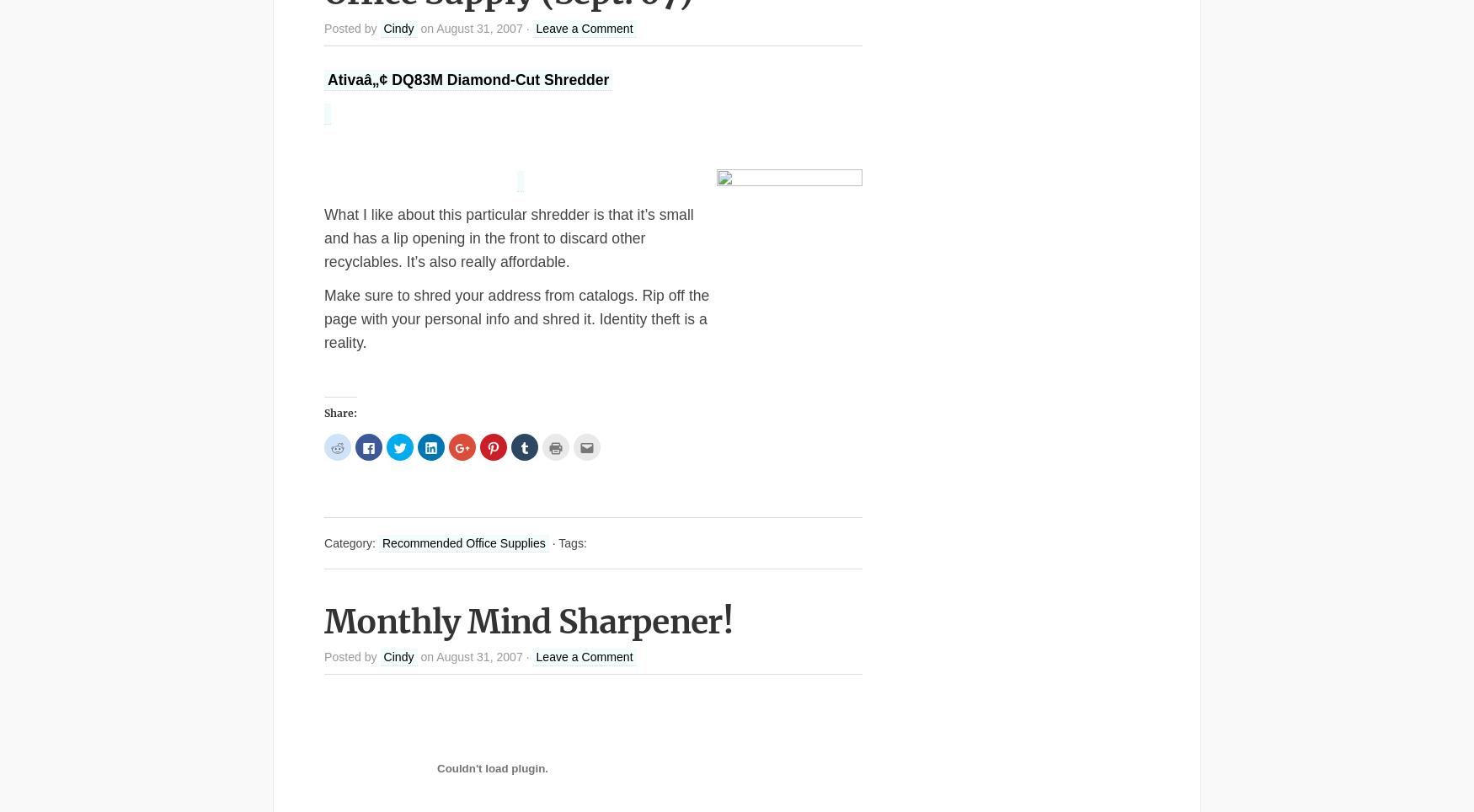  Describe the element at coordinates (323, 542) in the screenshot. I see `'Category:'` at that location.